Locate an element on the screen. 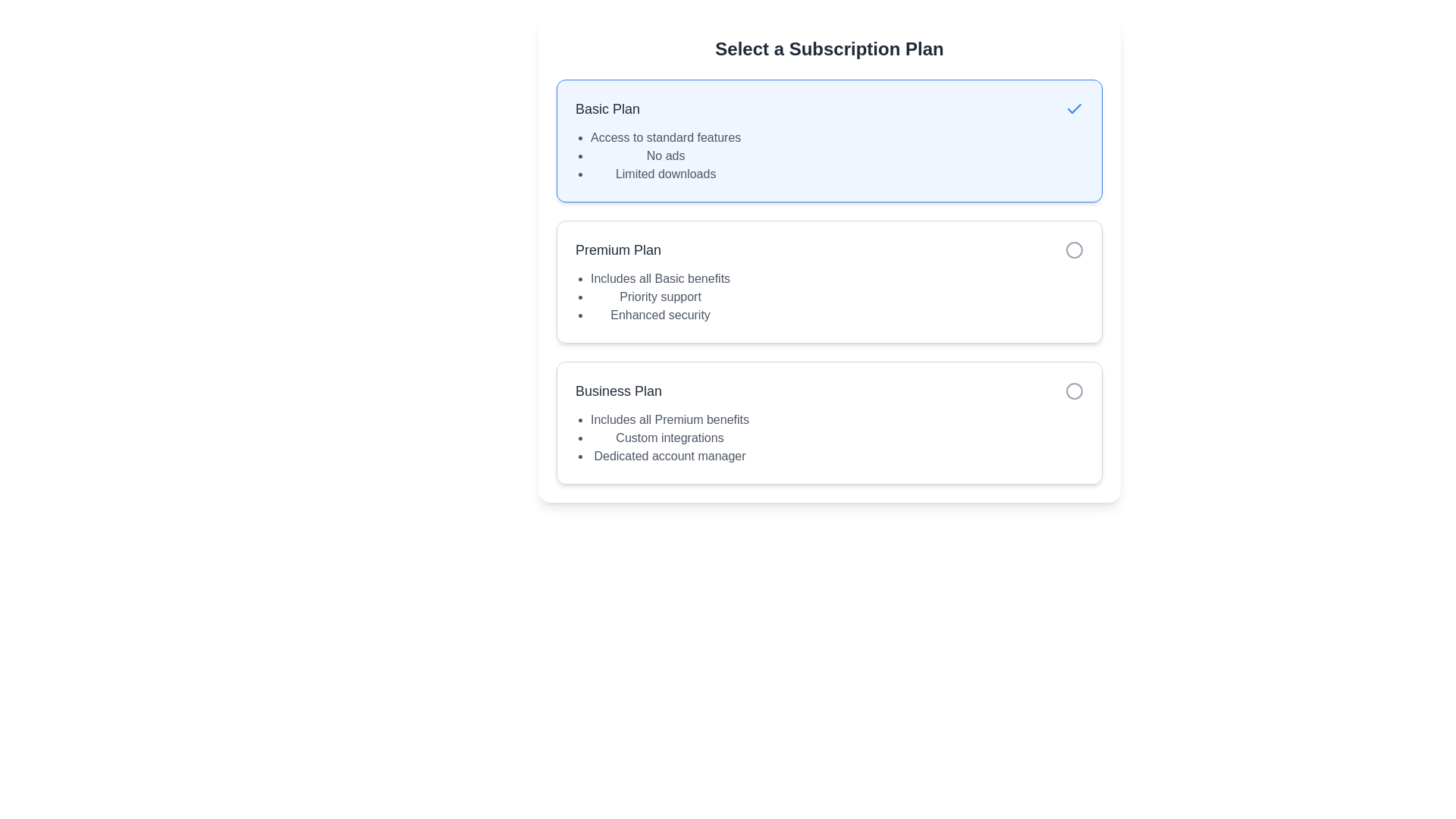 The width and height of the screenshot is (1456, 819). the static text label displaying 'Enhanced security' in gray font, which is the last item in the bulleted list under the 'Premium Plan' section is located at coordinates (661, 315).